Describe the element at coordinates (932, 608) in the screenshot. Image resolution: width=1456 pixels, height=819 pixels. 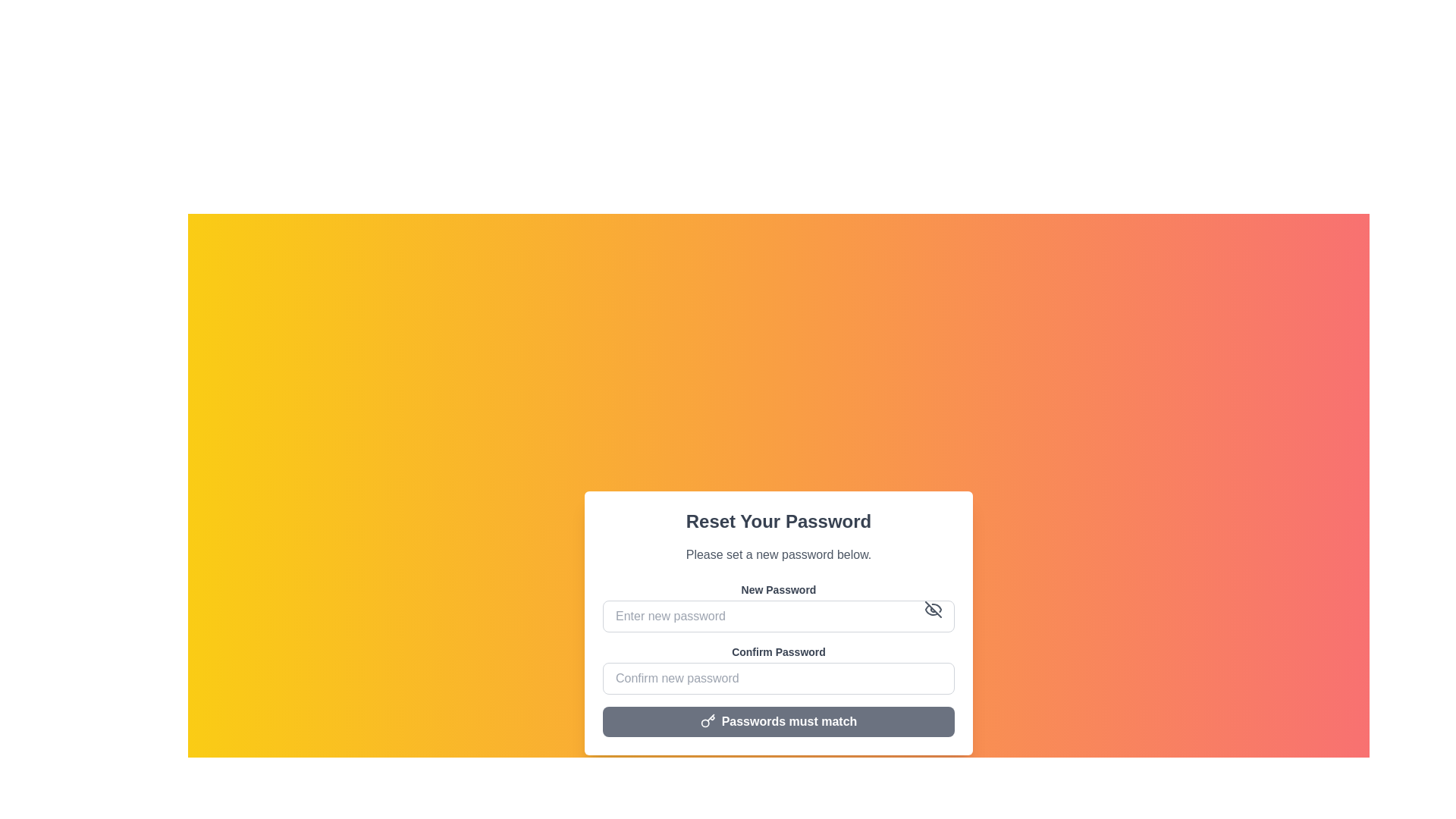
I see `the eye icon with a strike-through line located at the rightmost end of the 'New Password' input field` at that location.